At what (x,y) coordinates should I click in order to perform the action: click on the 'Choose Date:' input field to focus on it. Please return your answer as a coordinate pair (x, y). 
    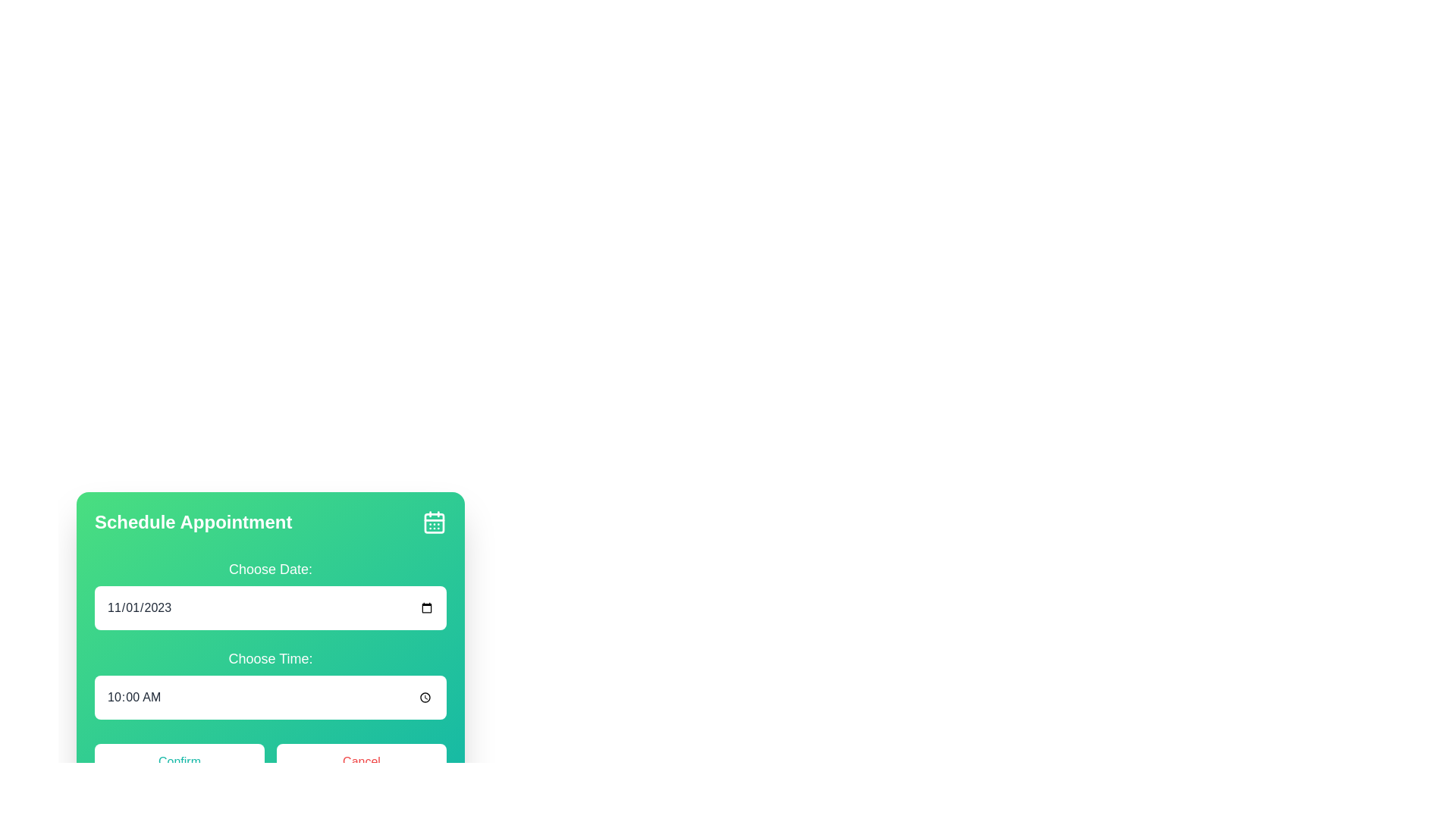
    Looking at the image, I should click on (270, 593).